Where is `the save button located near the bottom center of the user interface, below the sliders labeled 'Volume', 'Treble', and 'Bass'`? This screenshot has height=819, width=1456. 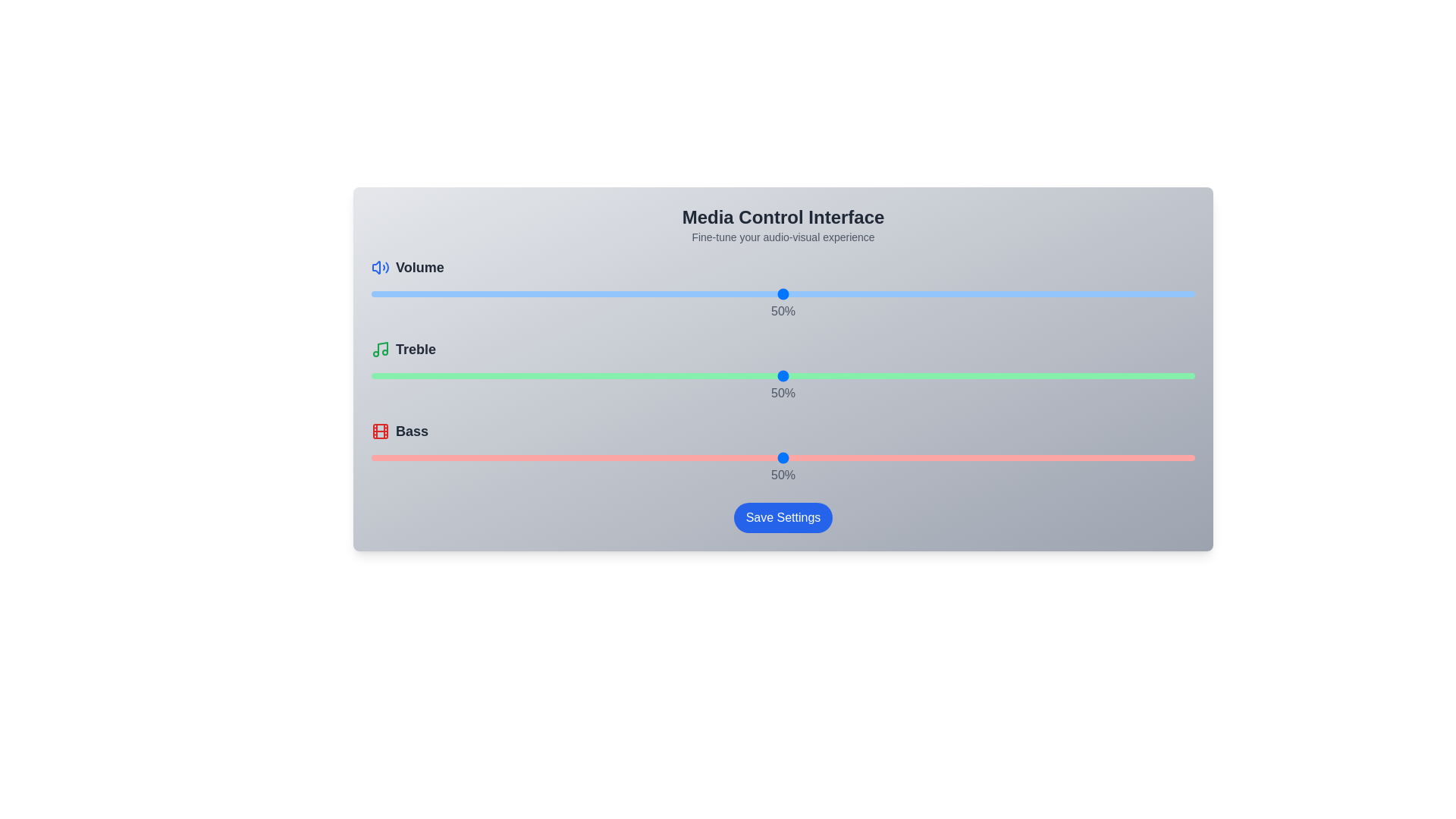
the save button located near the bottom center of the user interface, below the sliders labeled 'Volume', 'Treble', and 'Bass' is located at coordinates (783, 516).